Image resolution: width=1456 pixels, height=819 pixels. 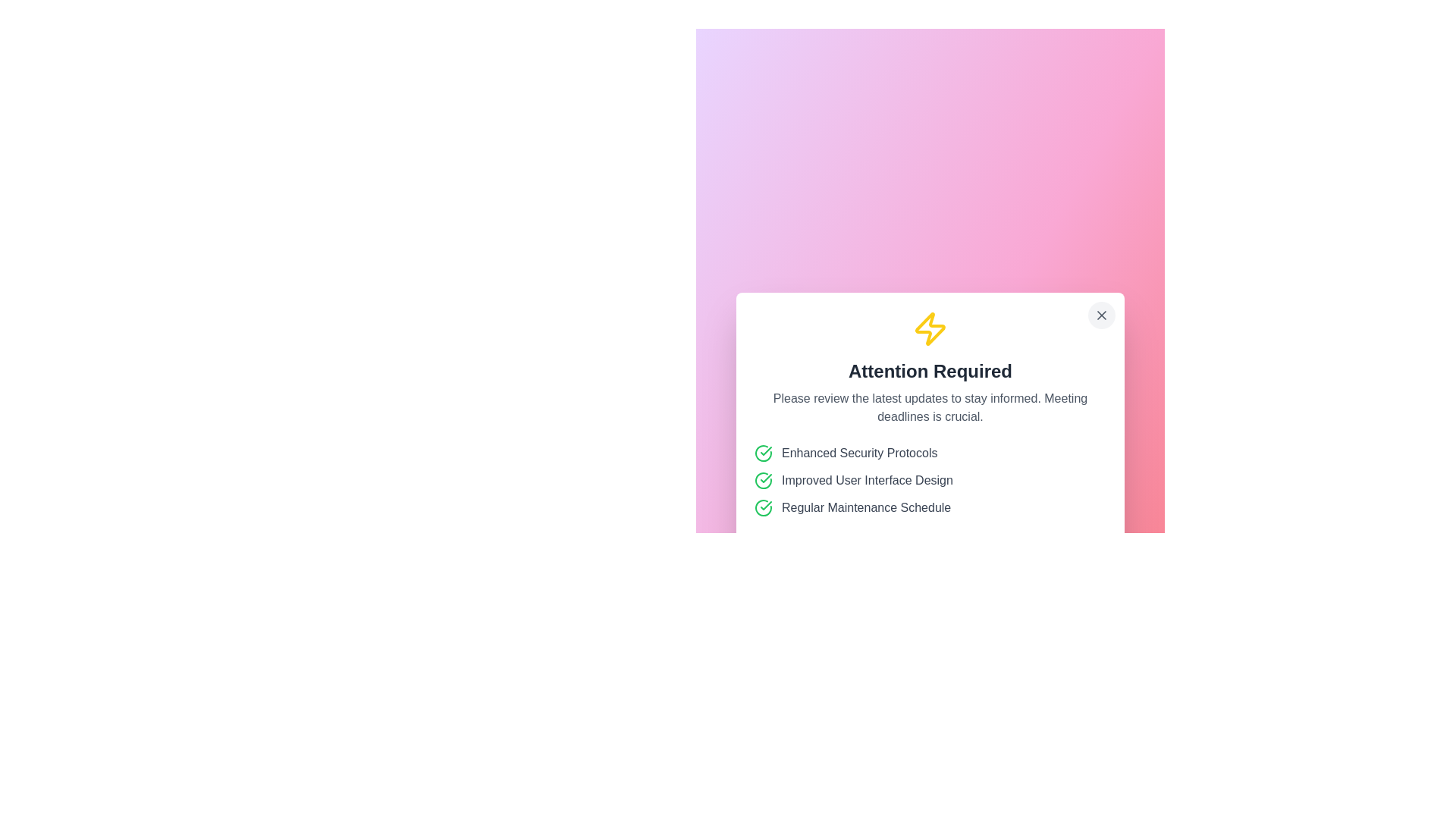 I want to click on the circular button with a light gray background and a dark gray 'X' icon located at the top-right corner of the modal dialog, so click(x=1102, y=315).